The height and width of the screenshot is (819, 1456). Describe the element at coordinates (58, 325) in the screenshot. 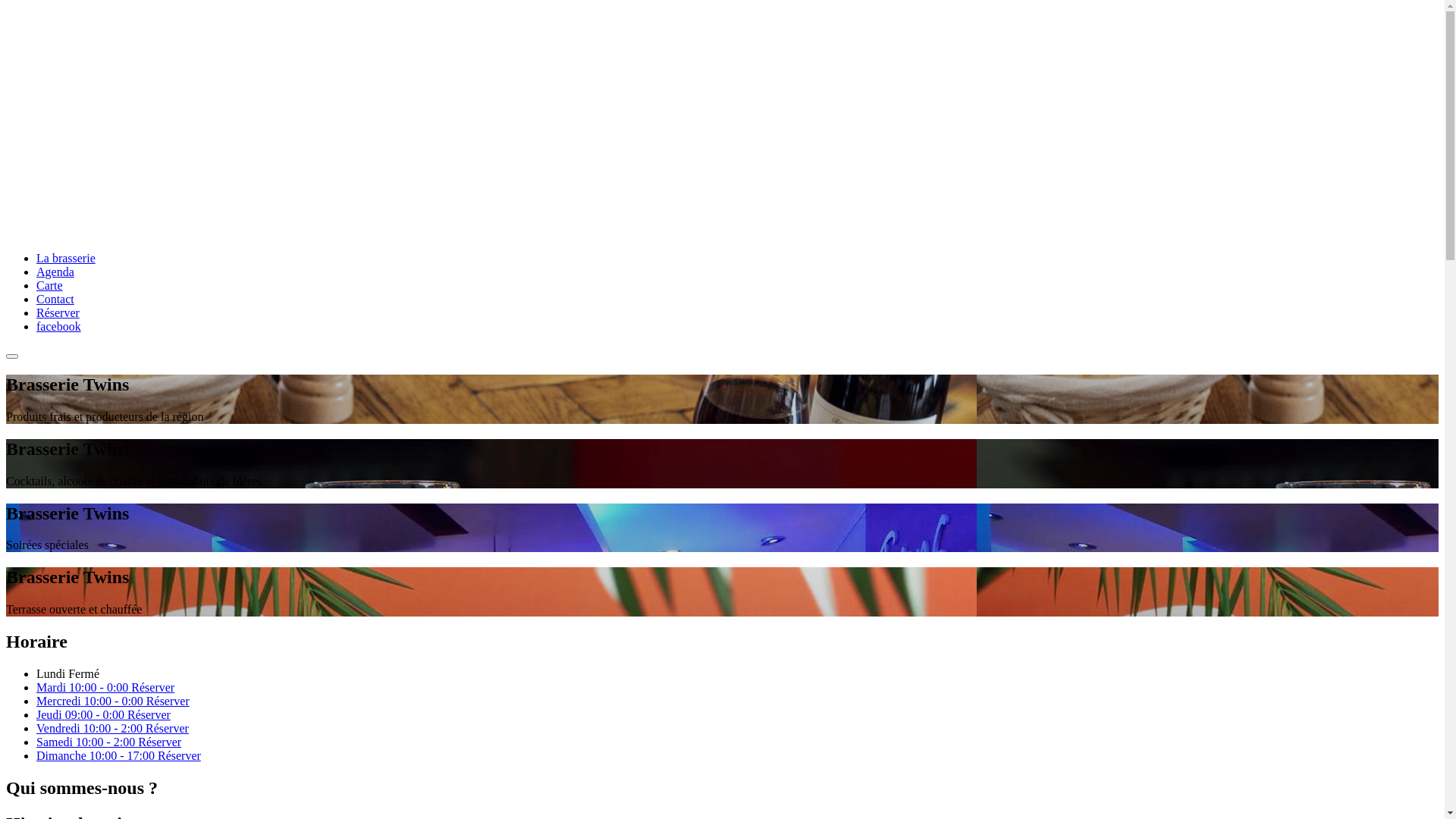

I see `'facebook'` at that location.